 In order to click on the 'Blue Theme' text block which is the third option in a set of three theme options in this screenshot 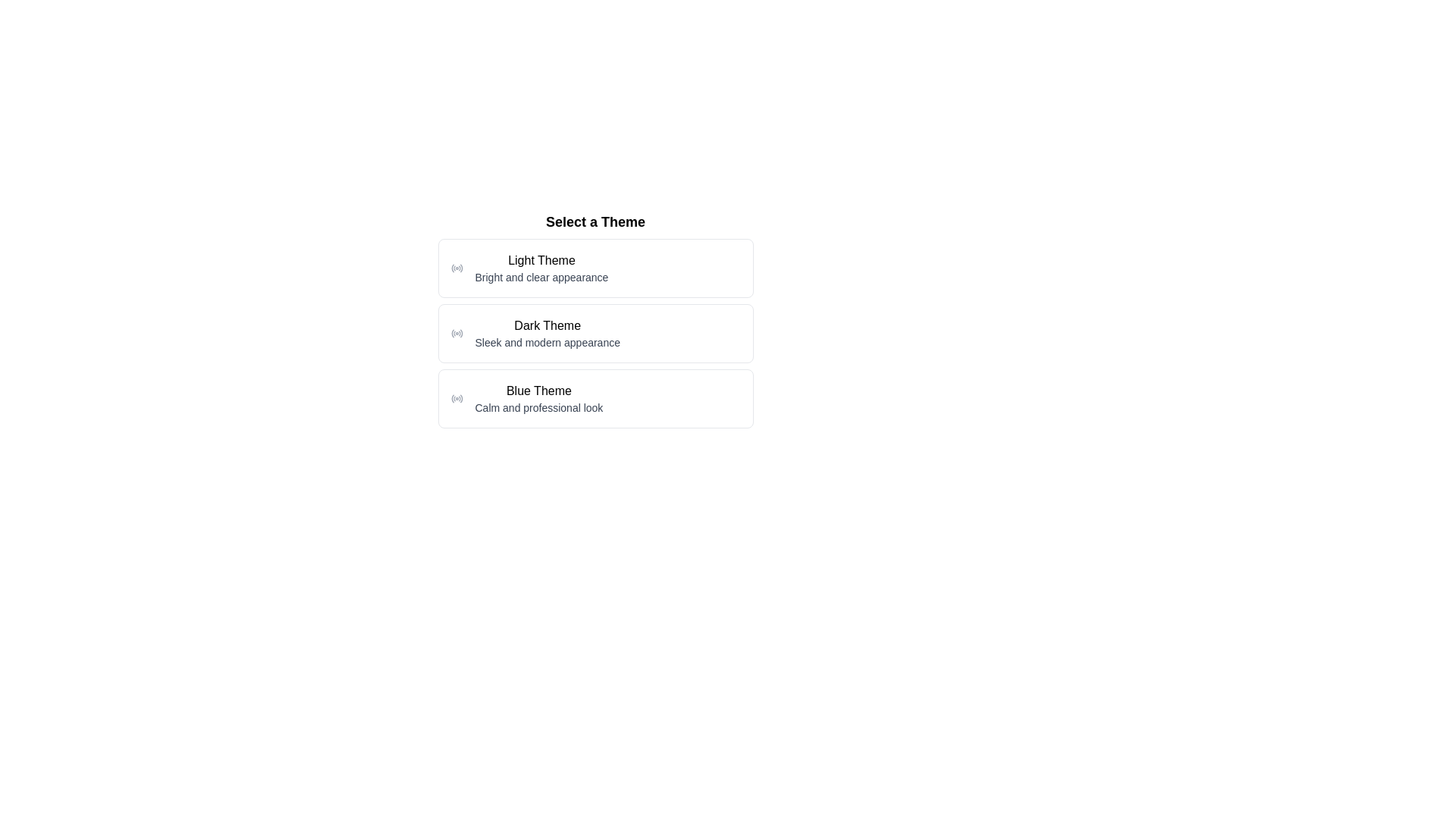, I will do `click(538, 397)`.